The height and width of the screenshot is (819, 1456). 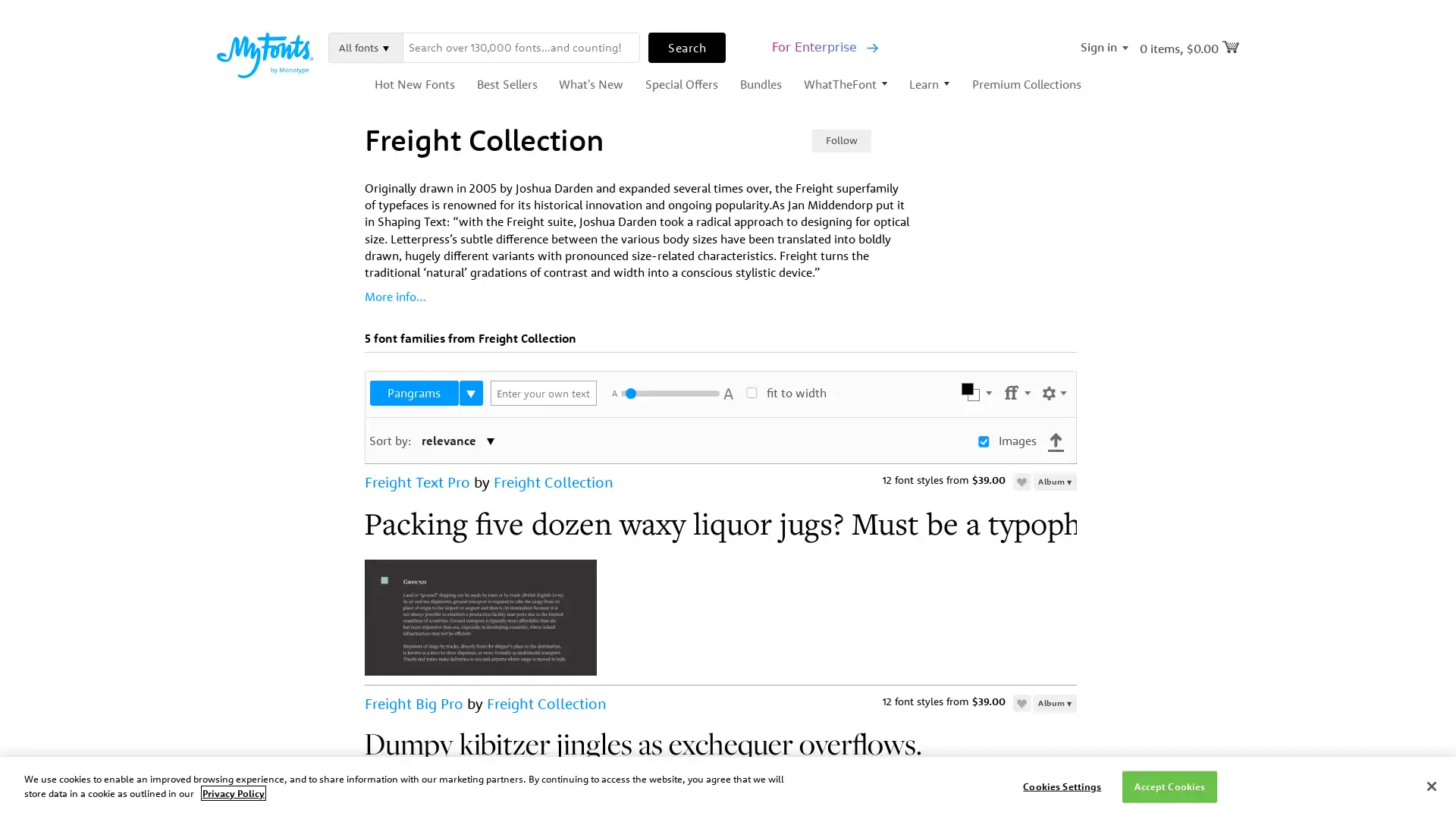 I want to click on Album, so click(x=1054, y=703).